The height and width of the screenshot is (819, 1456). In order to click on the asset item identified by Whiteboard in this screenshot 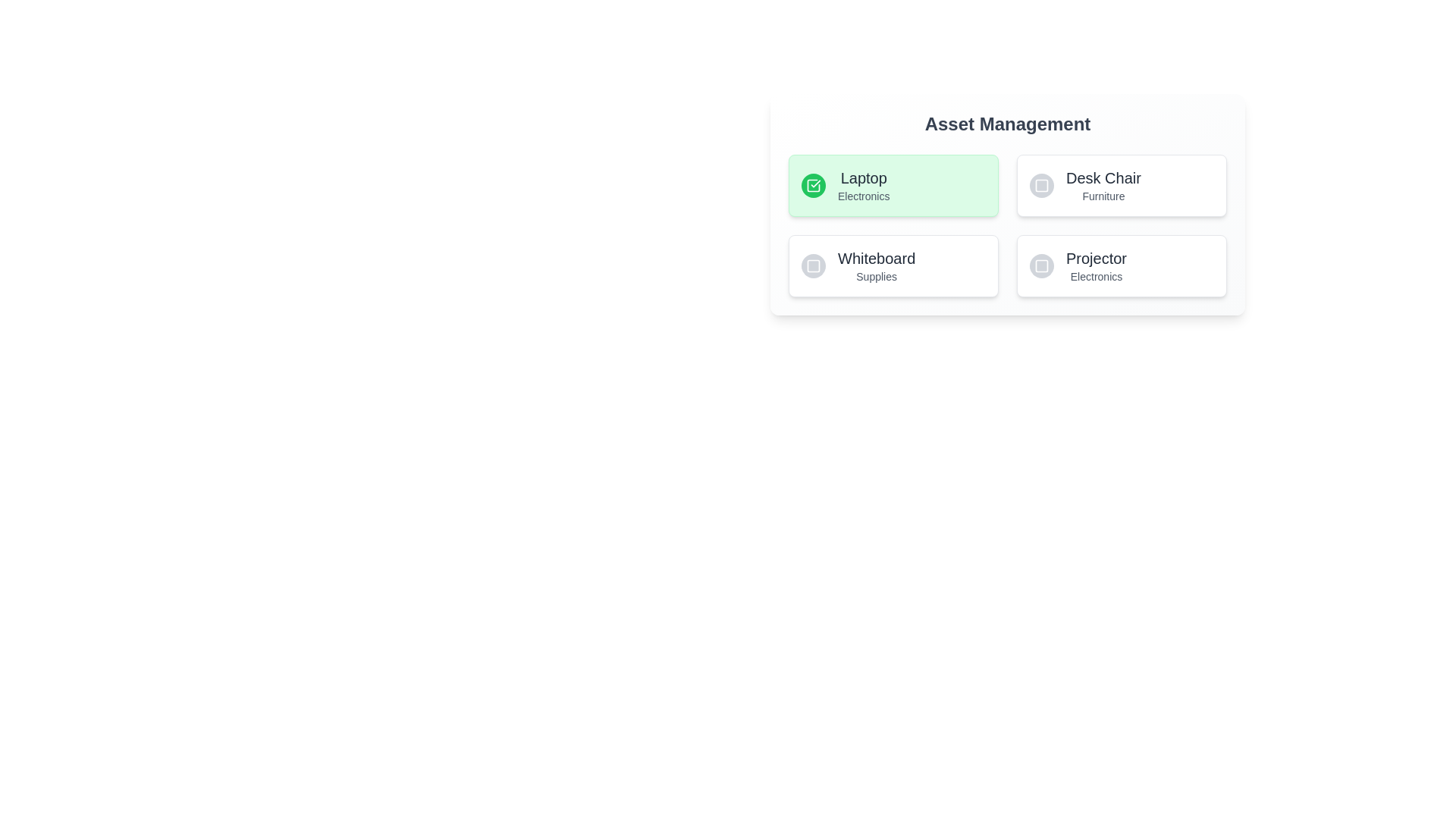, I will do `click(893, 265)`.